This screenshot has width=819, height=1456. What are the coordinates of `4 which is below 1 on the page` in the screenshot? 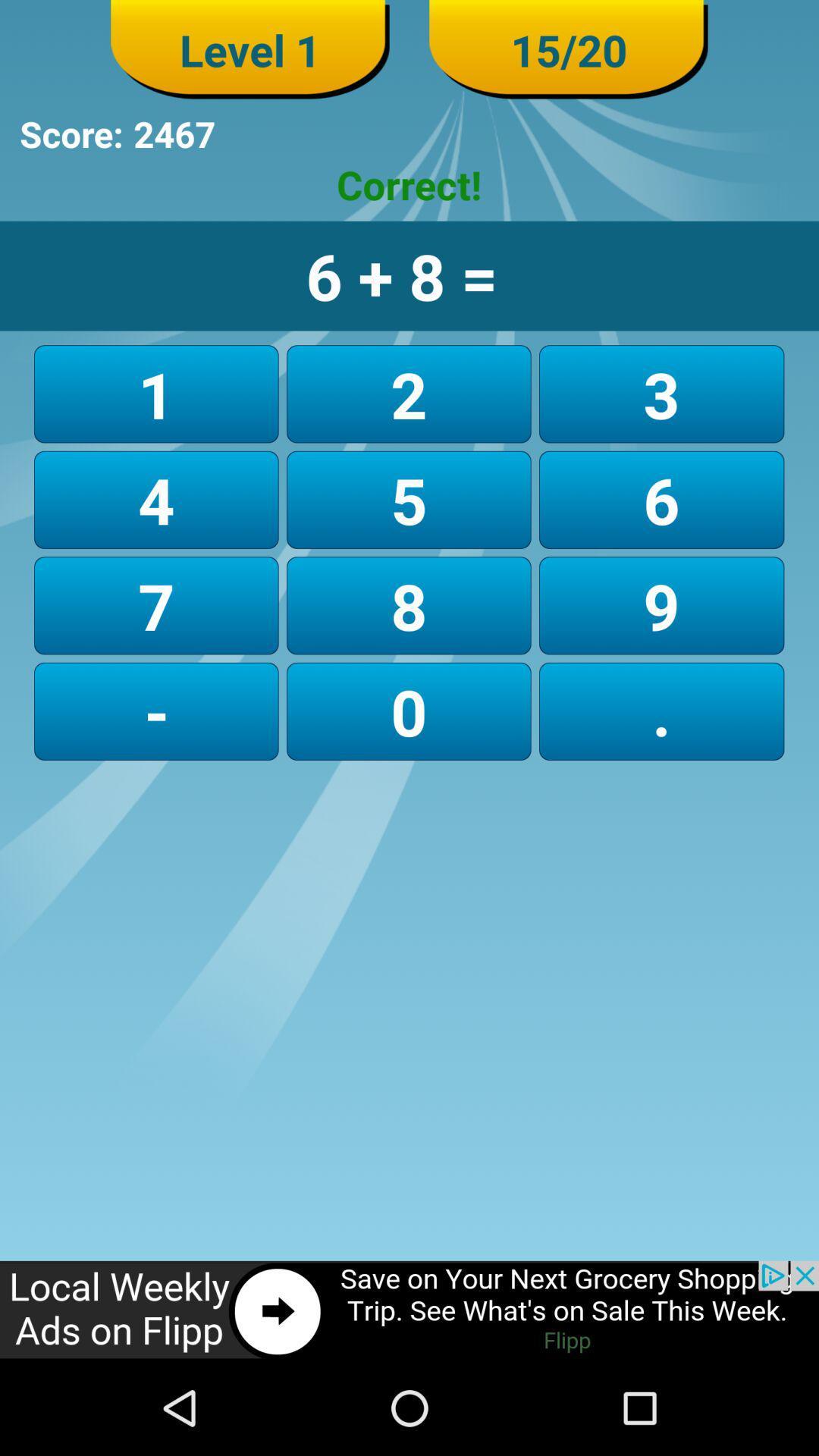 It's located at (156, 500).